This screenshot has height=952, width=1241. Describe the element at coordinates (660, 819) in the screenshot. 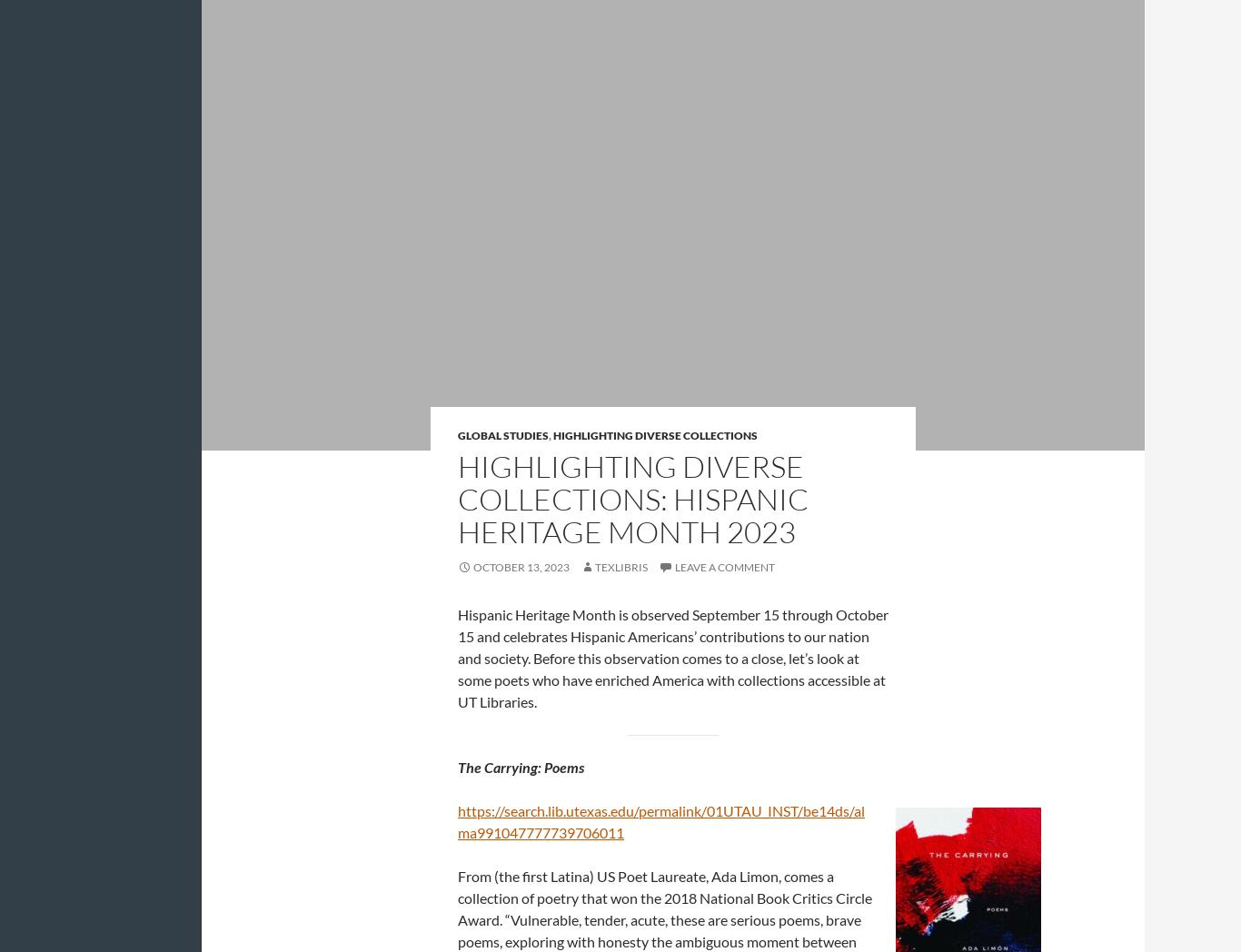

I see `'https://search.lib.utexas.edu/permalink/01UTAU_INST/be14ds/alma991047777739706011'` at that location.